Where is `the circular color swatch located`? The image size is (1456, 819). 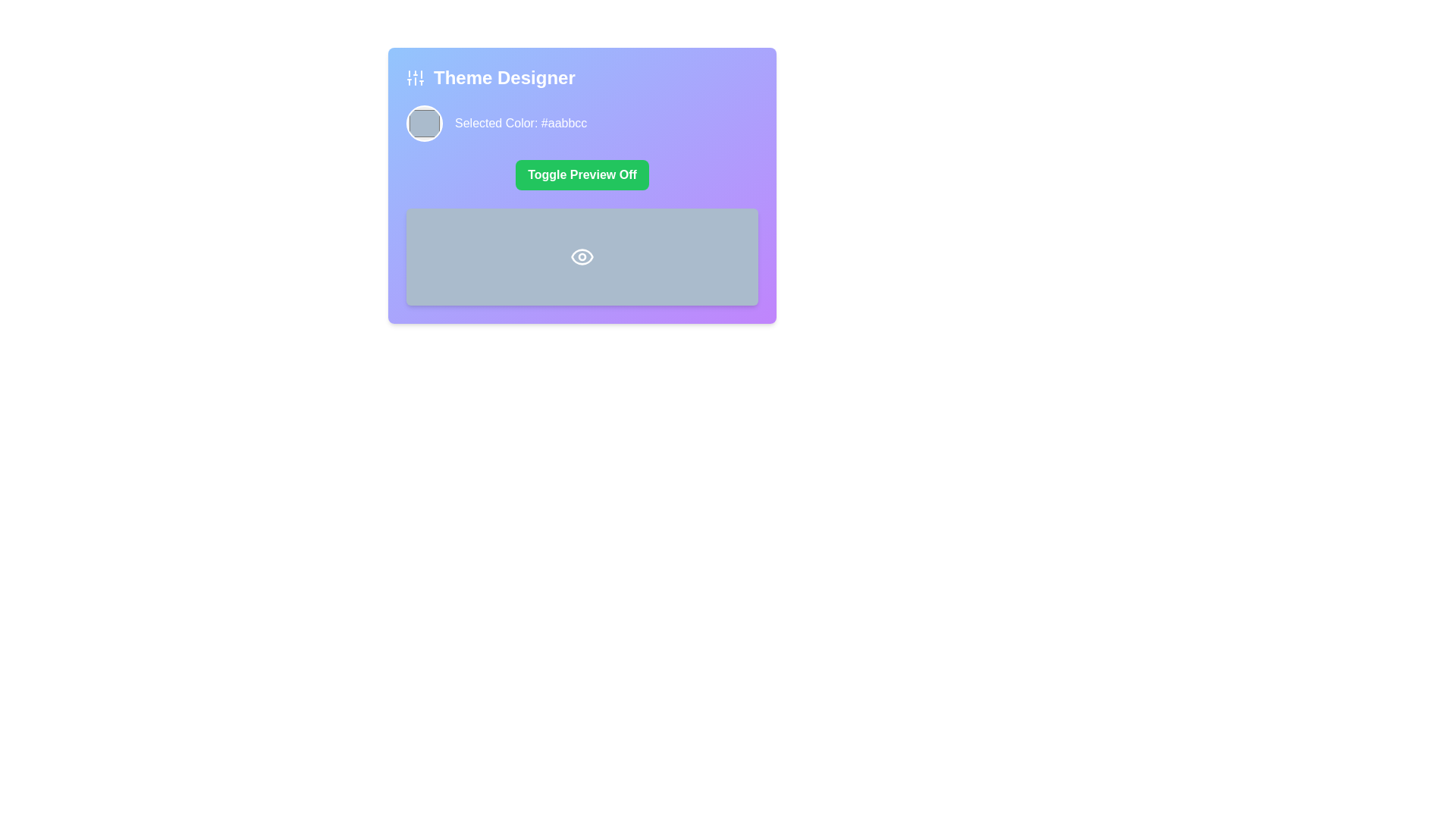 the circular color swatch located is located at coordinates (425, 122).